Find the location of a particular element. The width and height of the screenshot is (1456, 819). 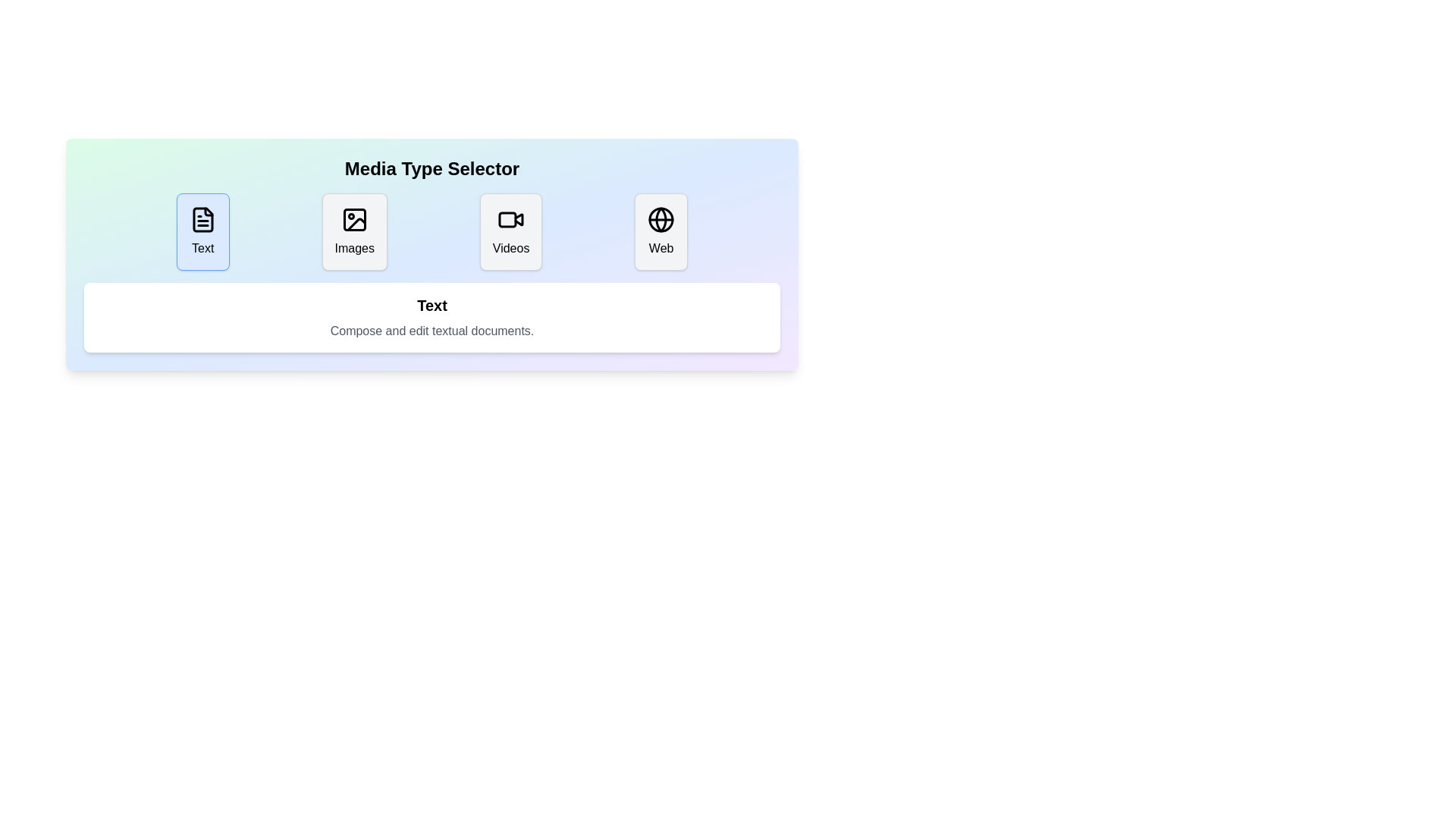

the decorative SVG Circle that represents the 'Web' icon, the fourth icon in the Media Type Selector, located to the right of 'Videos' is located at coordinates (661, 219).